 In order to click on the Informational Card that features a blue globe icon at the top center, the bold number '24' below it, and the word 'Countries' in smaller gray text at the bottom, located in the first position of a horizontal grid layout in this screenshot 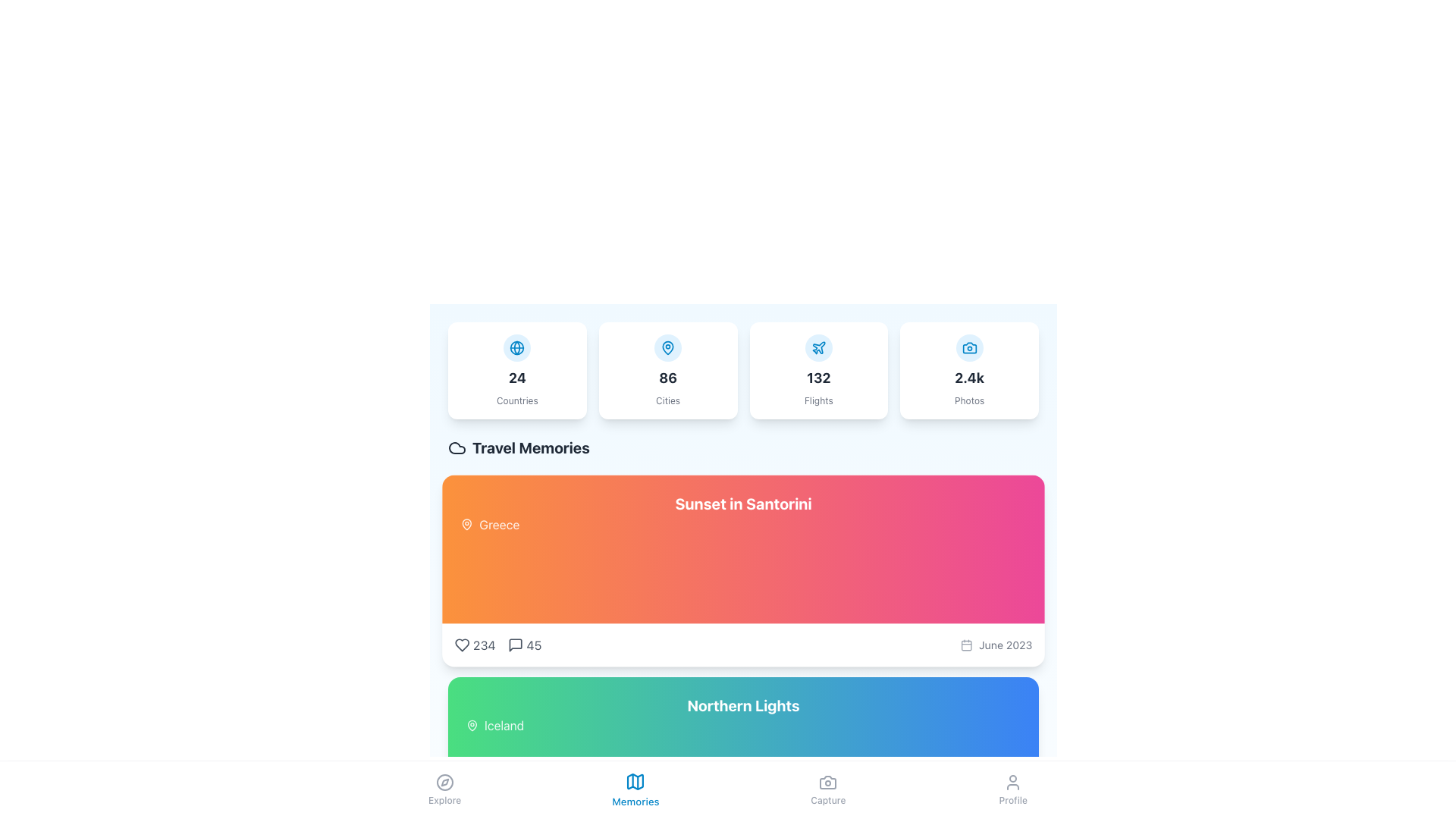, I will do `click(517, 371)`.